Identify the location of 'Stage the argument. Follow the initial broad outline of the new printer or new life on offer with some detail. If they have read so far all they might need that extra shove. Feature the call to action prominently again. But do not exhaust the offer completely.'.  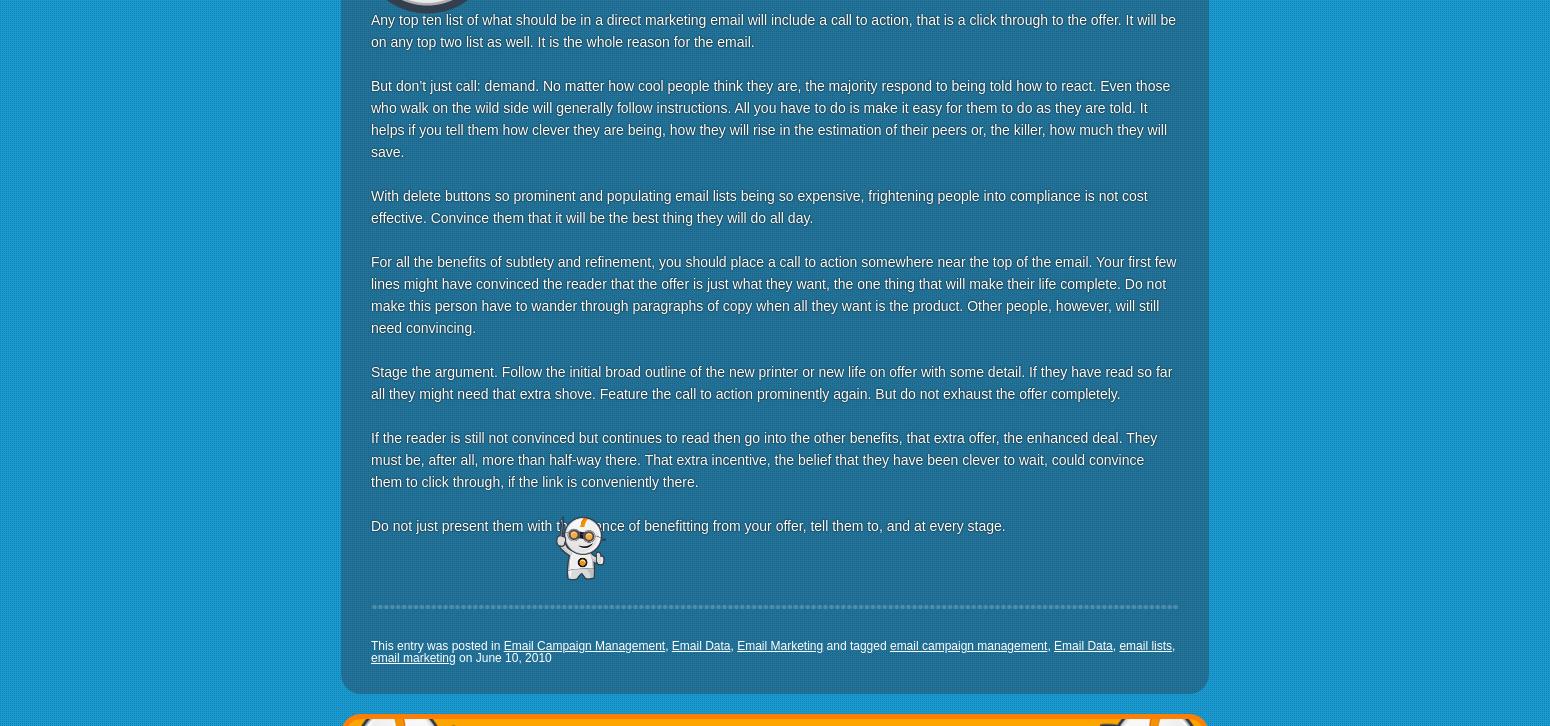
(771, 382).